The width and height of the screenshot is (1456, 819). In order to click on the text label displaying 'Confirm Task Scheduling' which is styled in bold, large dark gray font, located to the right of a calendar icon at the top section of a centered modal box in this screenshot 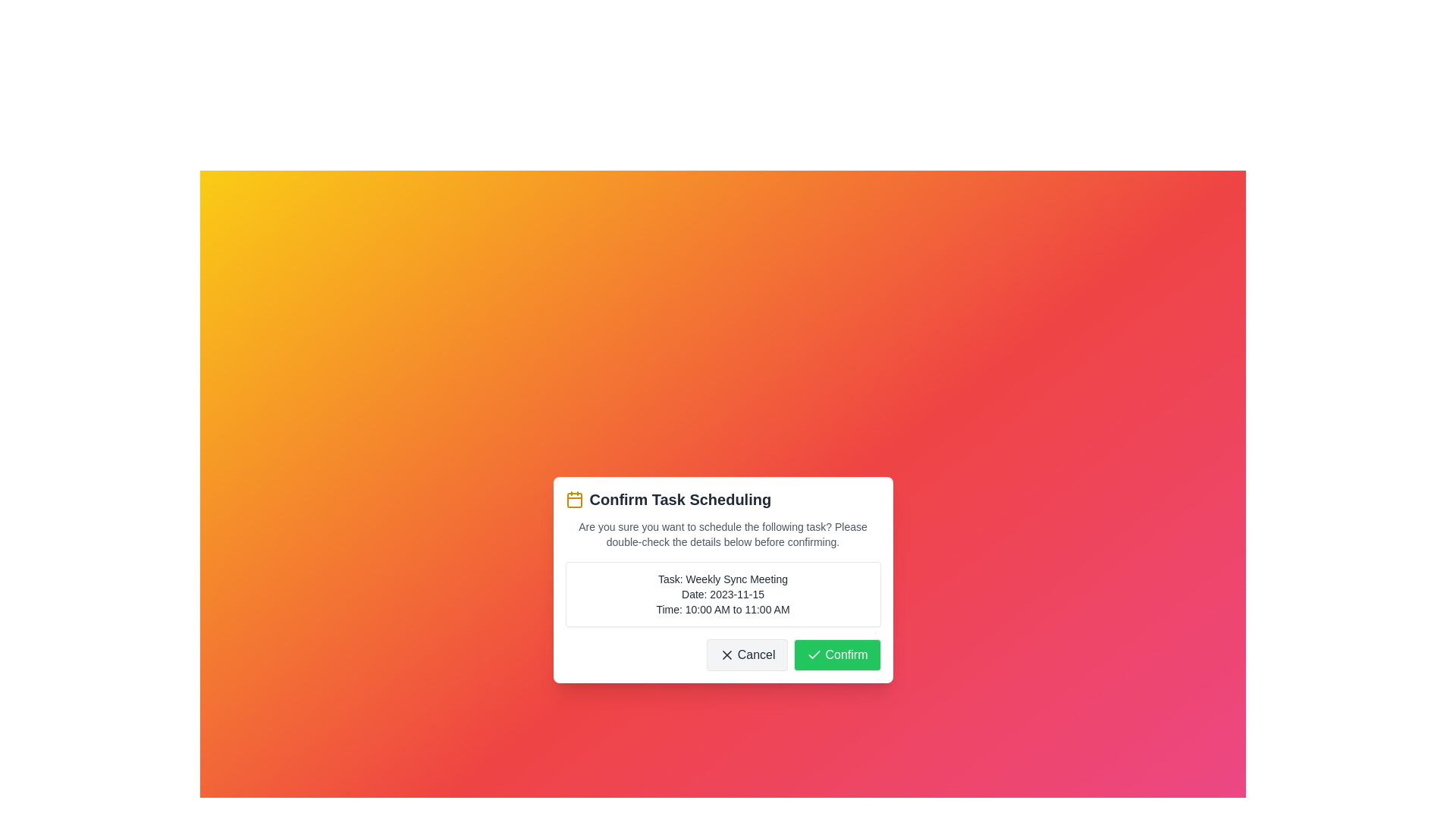, I will do `click(679, 500)`.